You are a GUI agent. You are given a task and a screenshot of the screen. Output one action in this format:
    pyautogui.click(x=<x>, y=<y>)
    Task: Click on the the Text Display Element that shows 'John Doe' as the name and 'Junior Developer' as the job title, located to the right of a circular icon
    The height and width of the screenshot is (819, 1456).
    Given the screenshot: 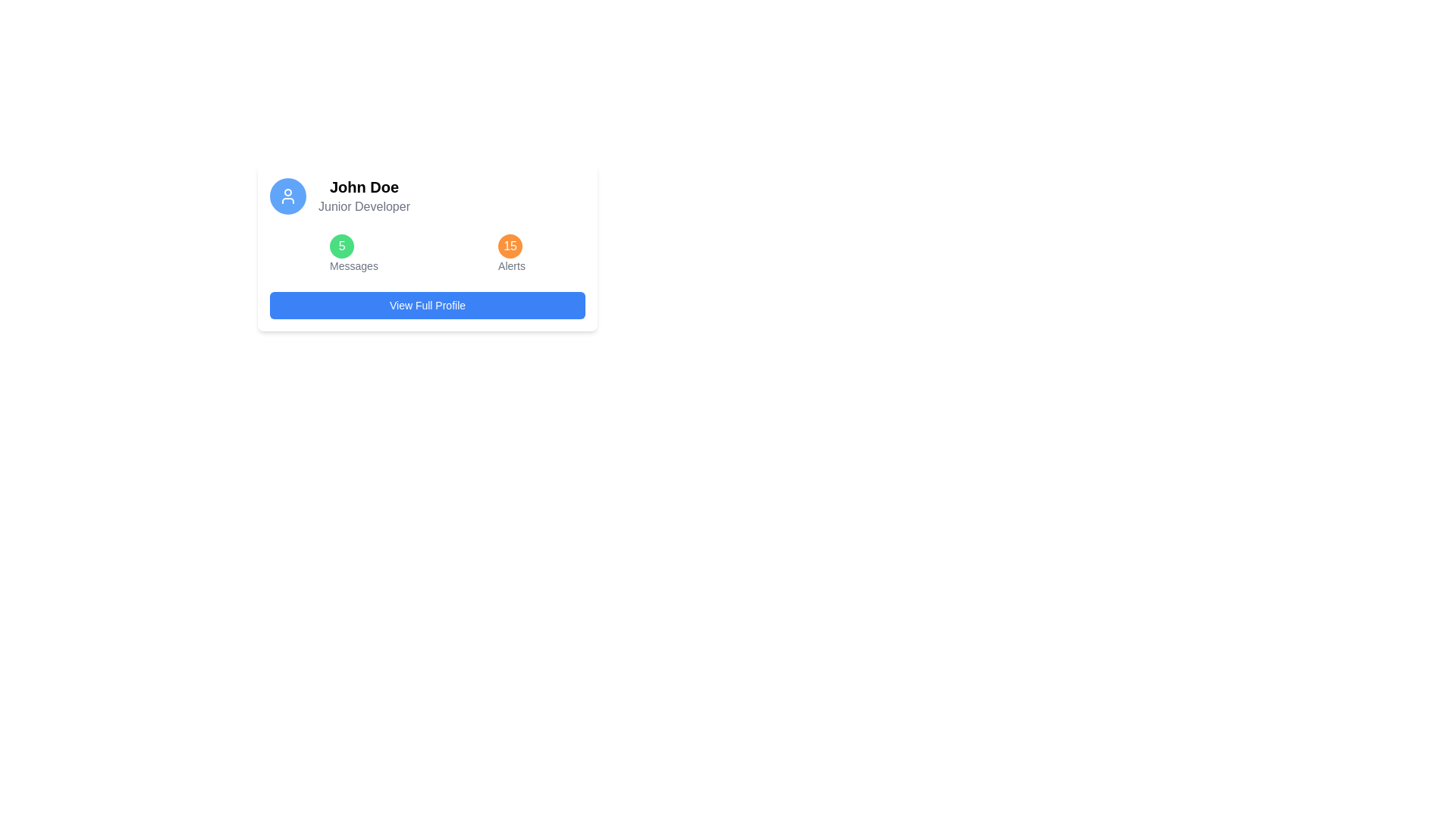 What is the action you would take?
    pyautogui.click(x=364, y=195)
    